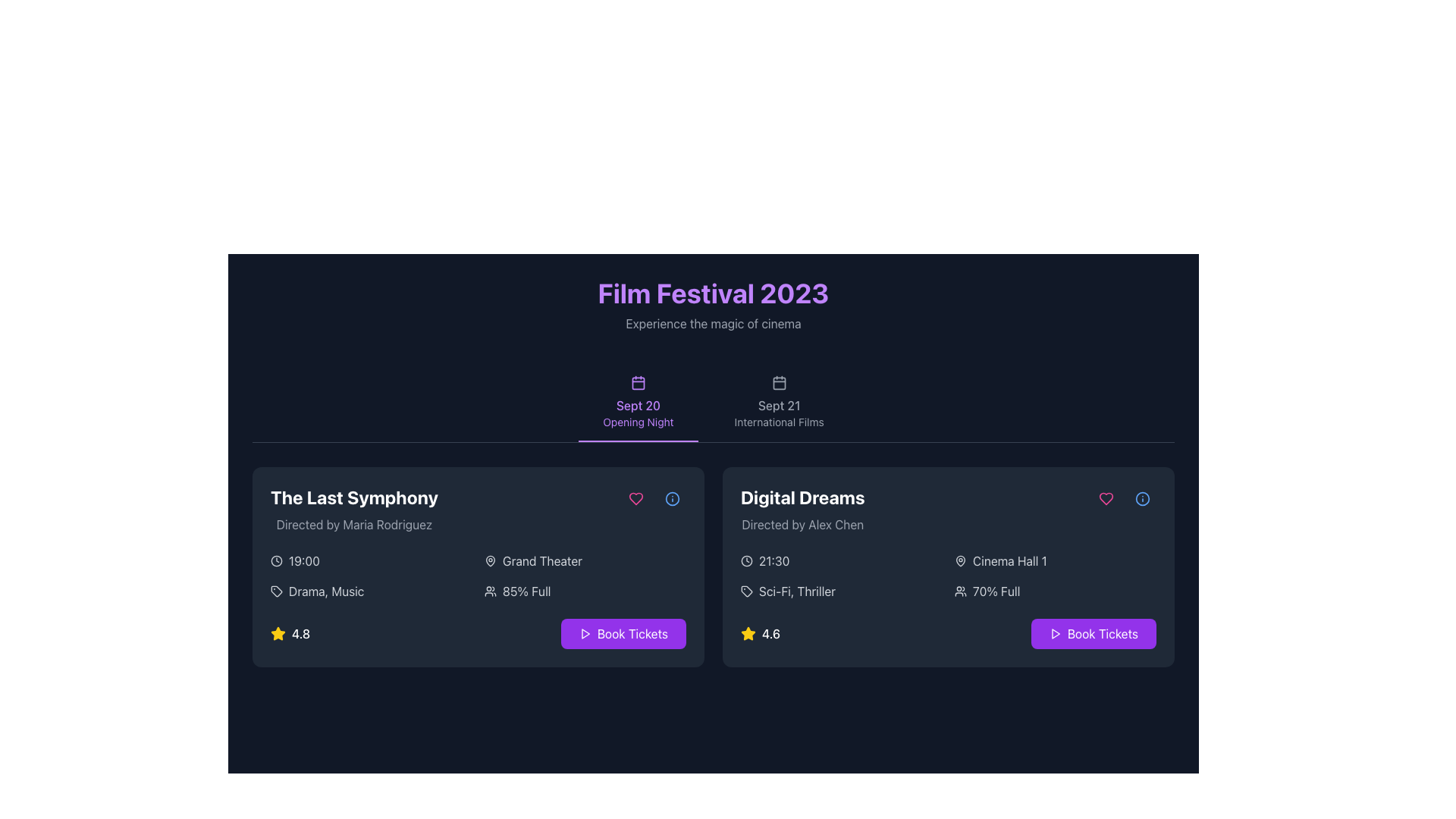 The image size is (1456, 819). What do you see at coordinates (960, 560) in the screenshot?
I see `the icon representing 'Cinema Hall 1' located in the middle right section of the 'Digital Dreams' card` at bounding box center [960, 560].